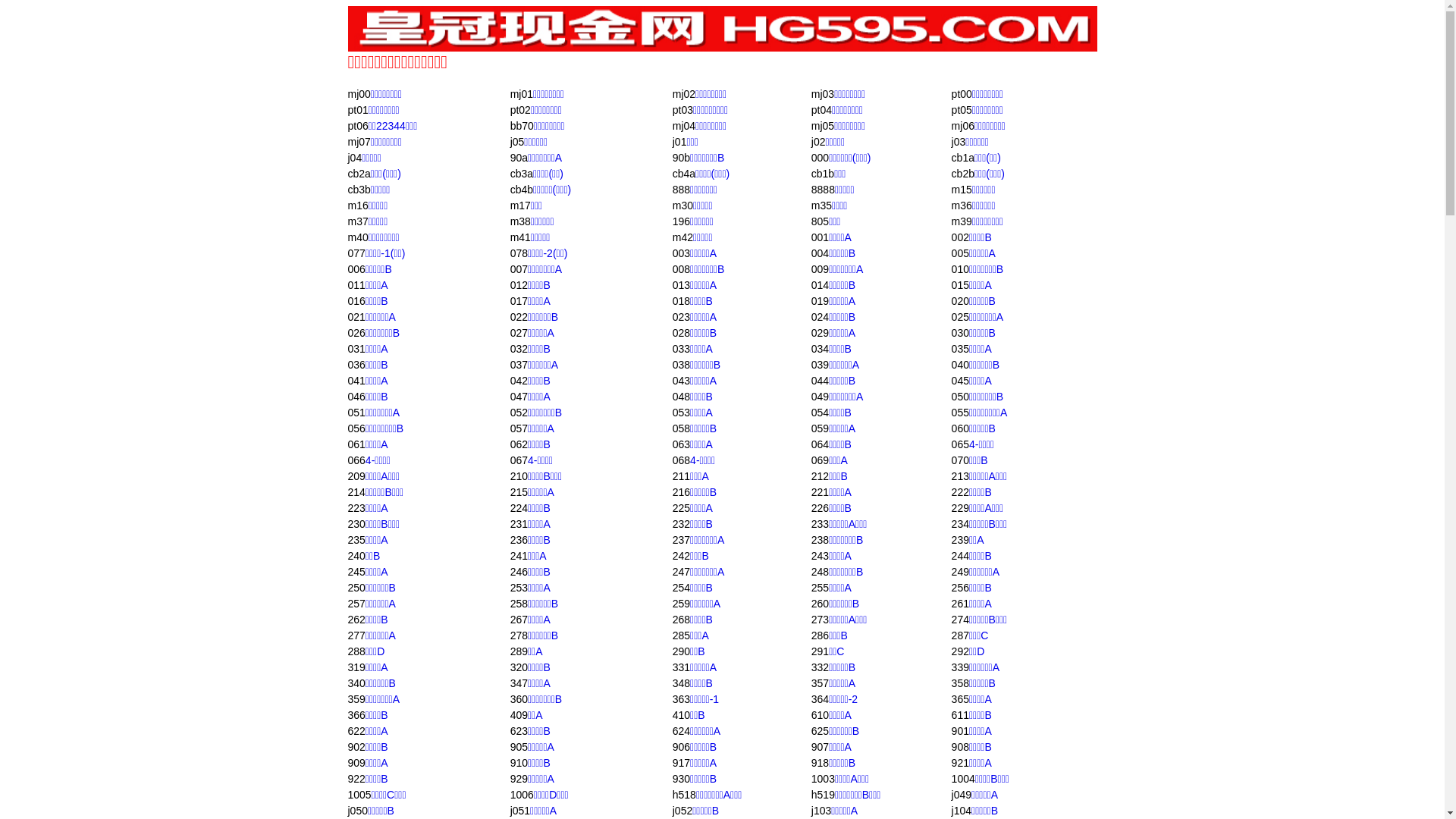 The image size is (1456, 819). What do you see at coordinates (519, 683) in the screenshot?
I see `'347'` at bounding box center [519, 683].